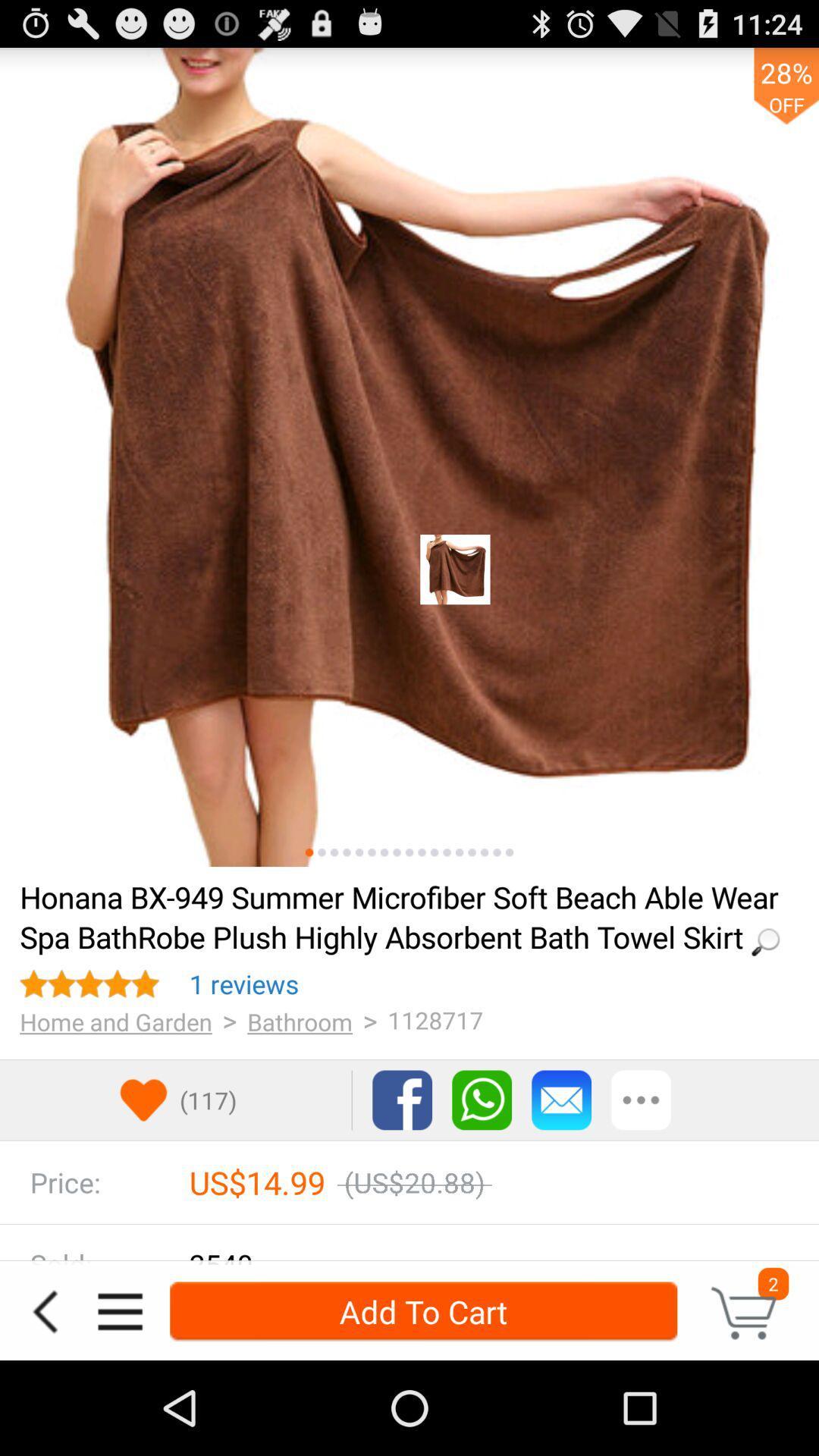  What do you see at coordinates (372, 852) in the screenshot?
I see `see sixth image` at bounding box center [372, 852].